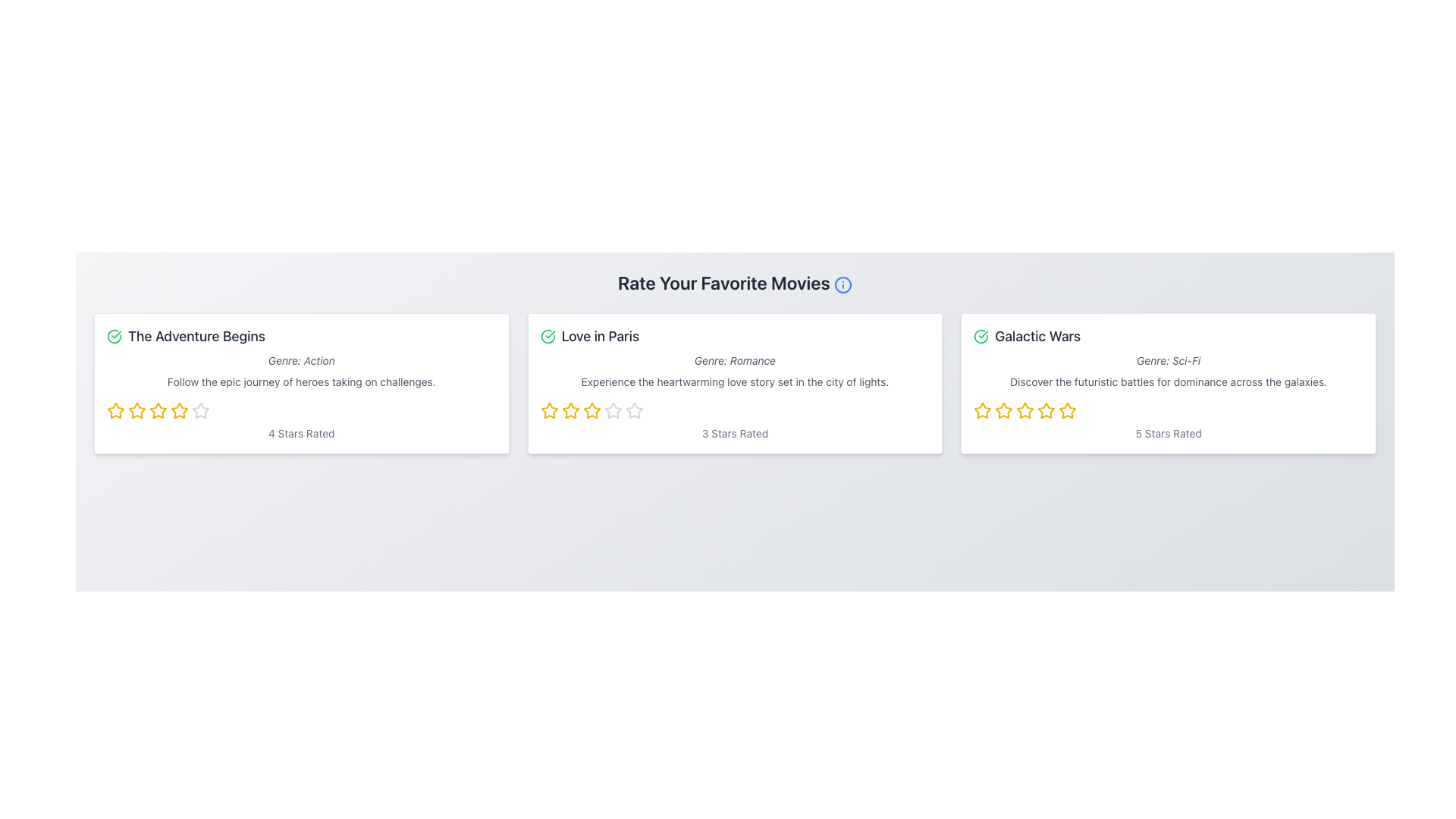 The width and height of the screenshot is (1456, 819). Describe the element at coordinates (735, 382) in the screenshot. I see `information contained in the romance movie card titled 'Love in Paris', located in the center column of the grid layout below the title 'Rate Your Favorite Movies'` at that location.